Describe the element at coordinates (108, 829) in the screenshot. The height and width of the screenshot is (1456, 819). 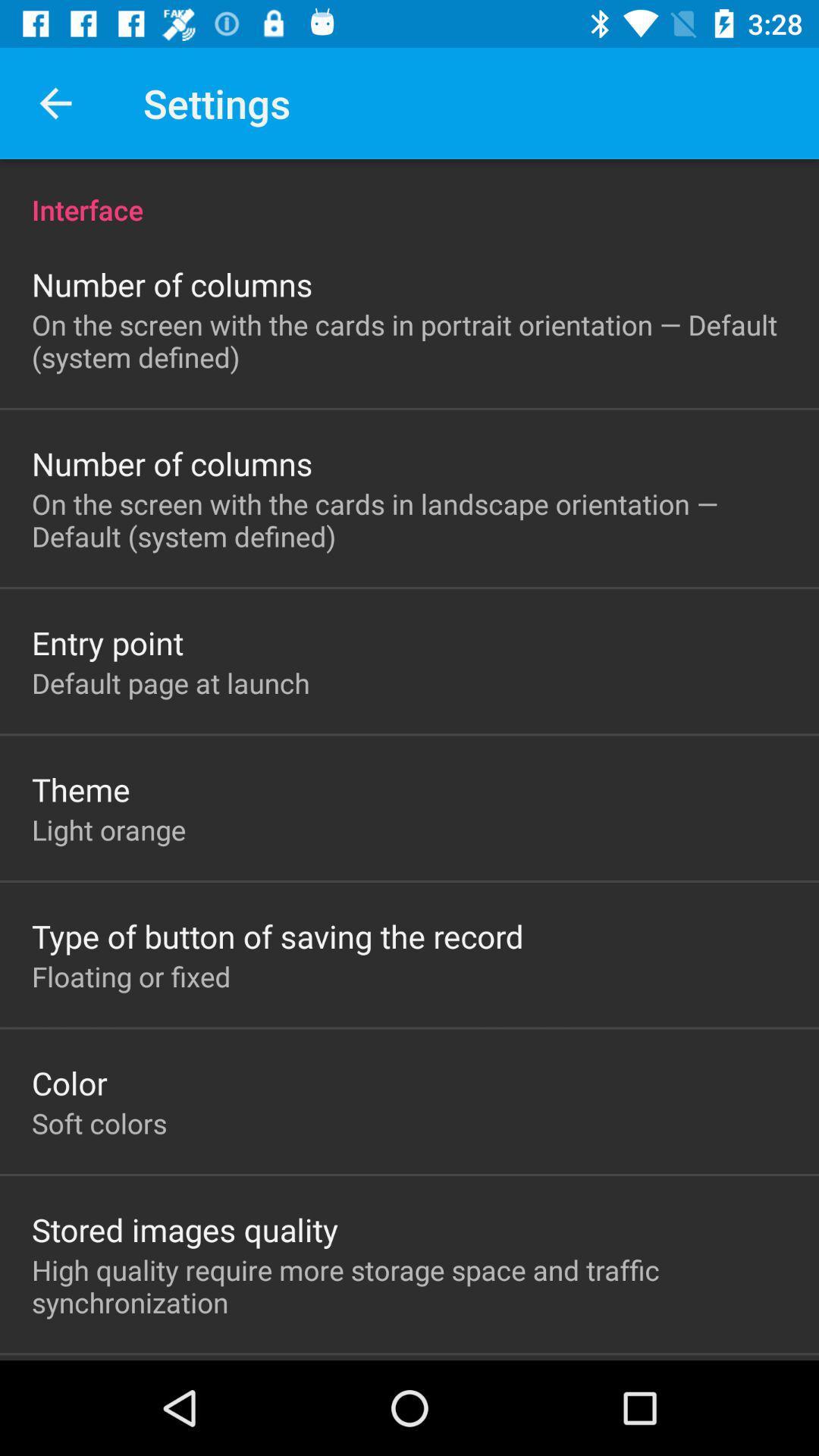
I see `the item below theme icon` at that location.